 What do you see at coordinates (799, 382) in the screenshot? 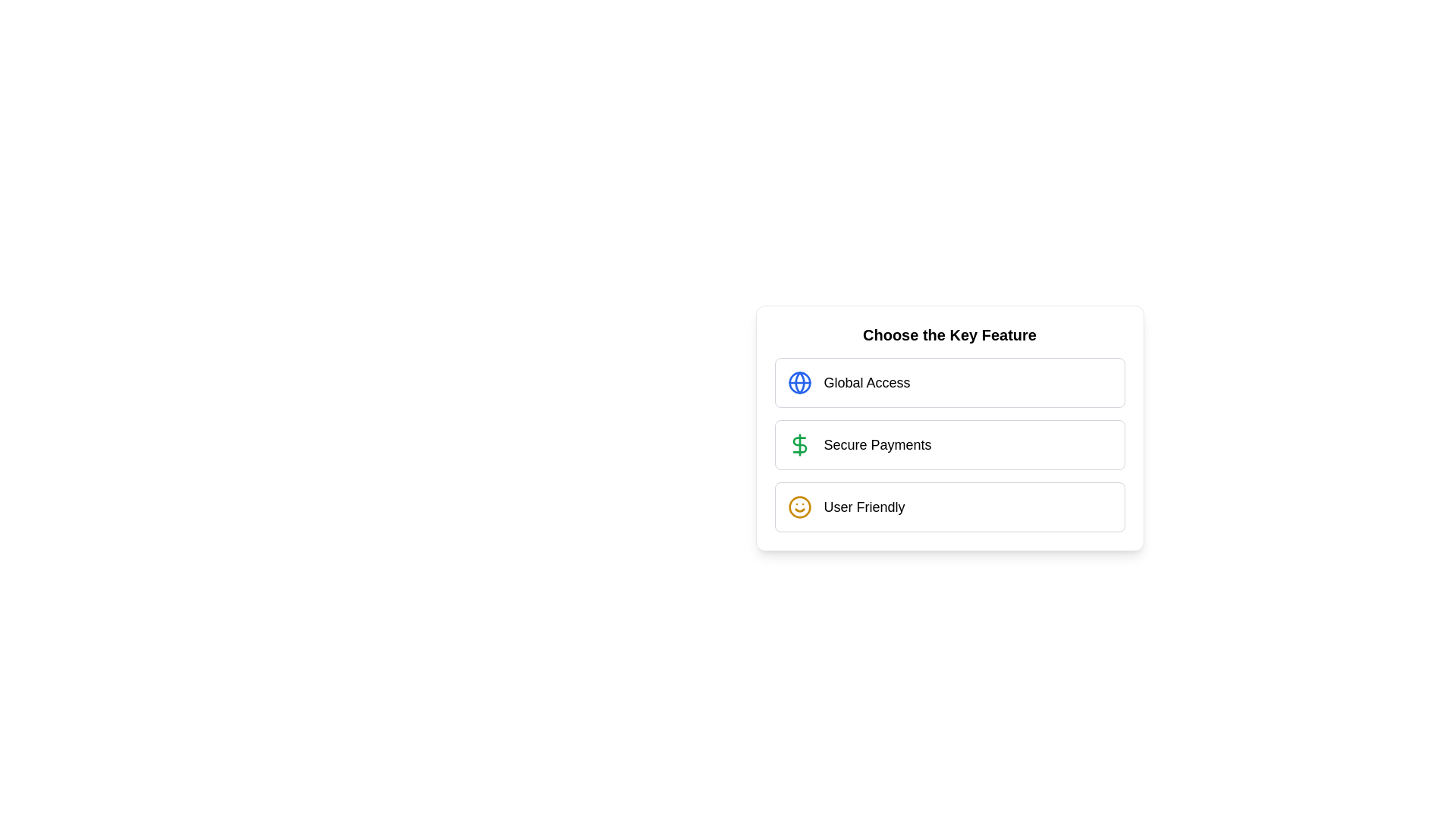
I see `the central circle of the globe icon representing the global access feature, located to the left of the 'Global Access' text label` at bounding box center [799, 382].